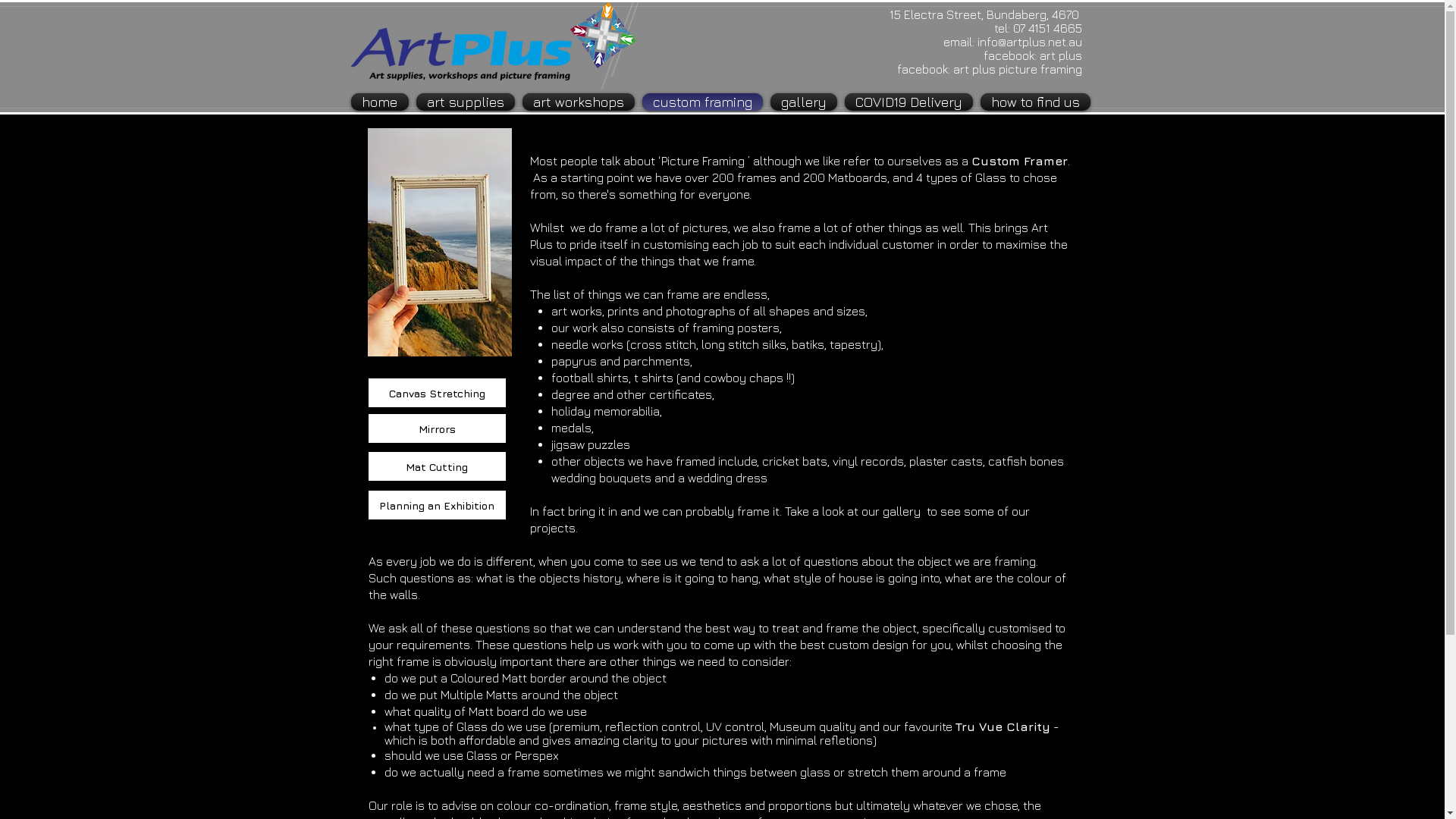 This screenshot has width=1456, height=819. What do you see at coordinates (367, 505) in the screenshot?
I see `'Planning an Exhibition'` at bounding box center [367, 505].